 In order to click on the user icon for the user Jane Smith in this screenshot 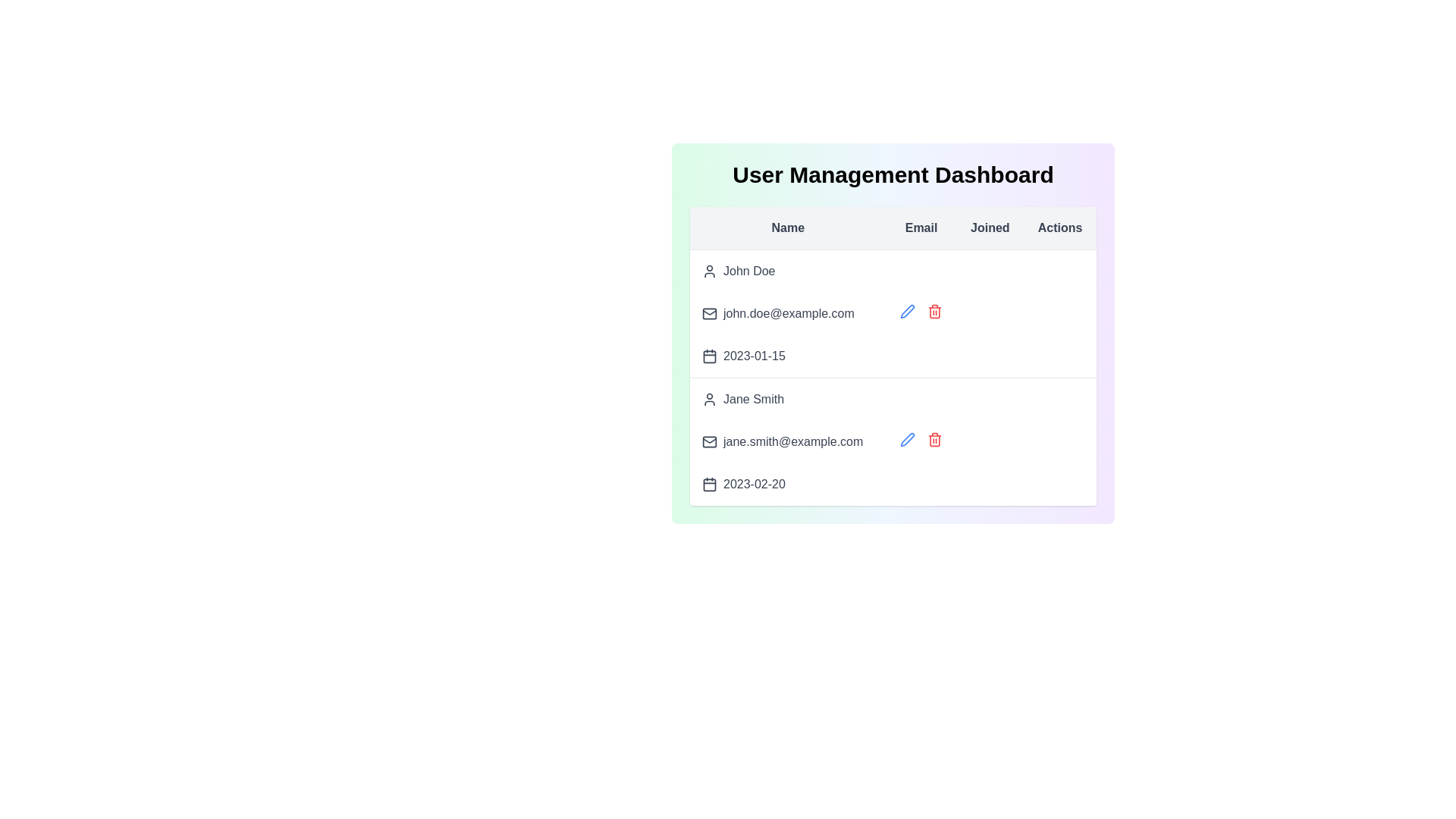, I will do `click(709, 399)`.